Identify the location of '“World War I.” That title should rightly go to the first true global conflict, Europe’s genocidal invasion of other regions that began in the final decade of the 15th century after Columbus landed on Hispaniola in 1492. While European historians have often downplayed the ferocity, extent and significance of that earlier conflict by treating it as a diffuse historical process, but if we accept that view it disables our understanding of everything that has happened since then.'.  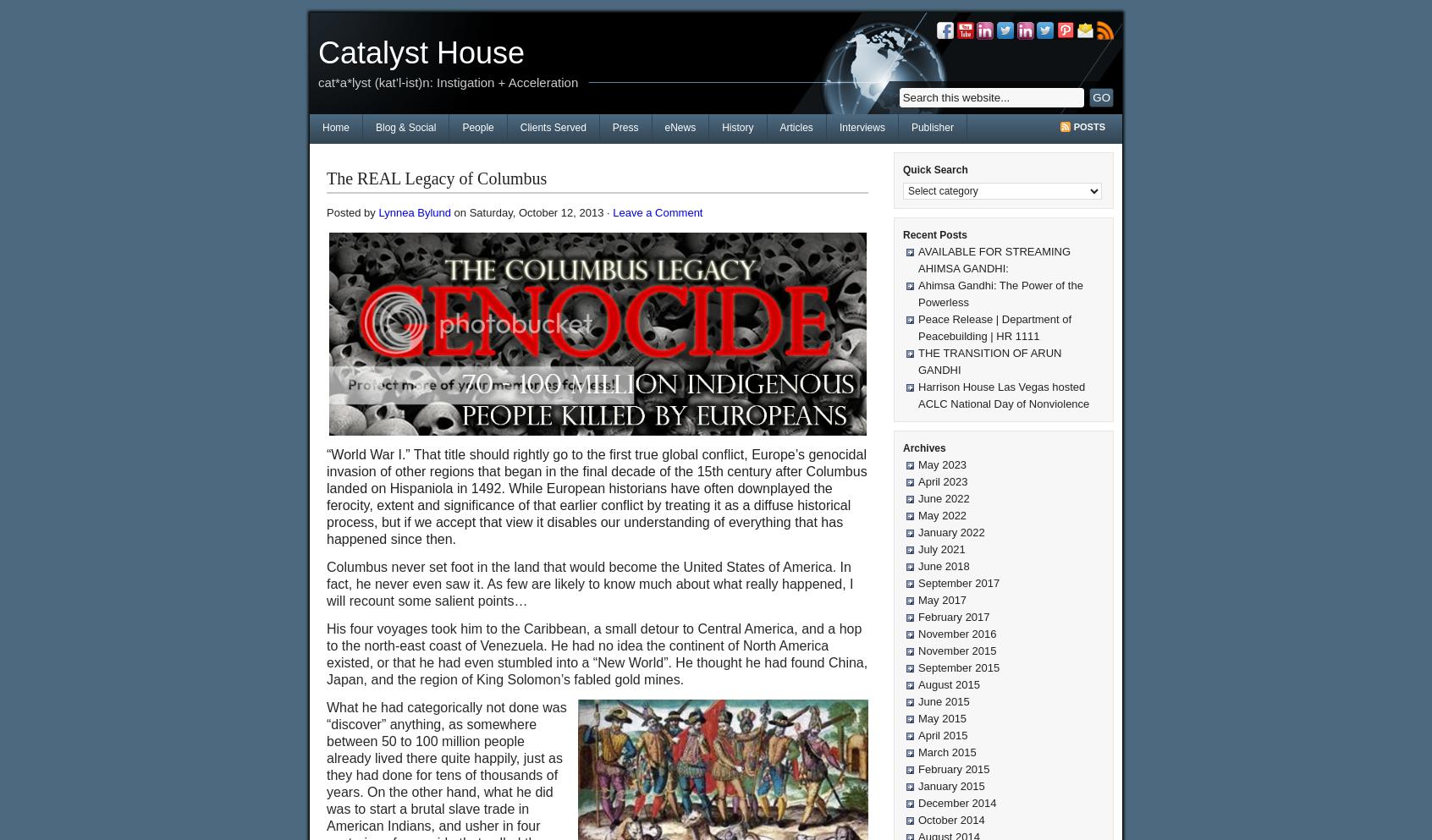
(597, 497).